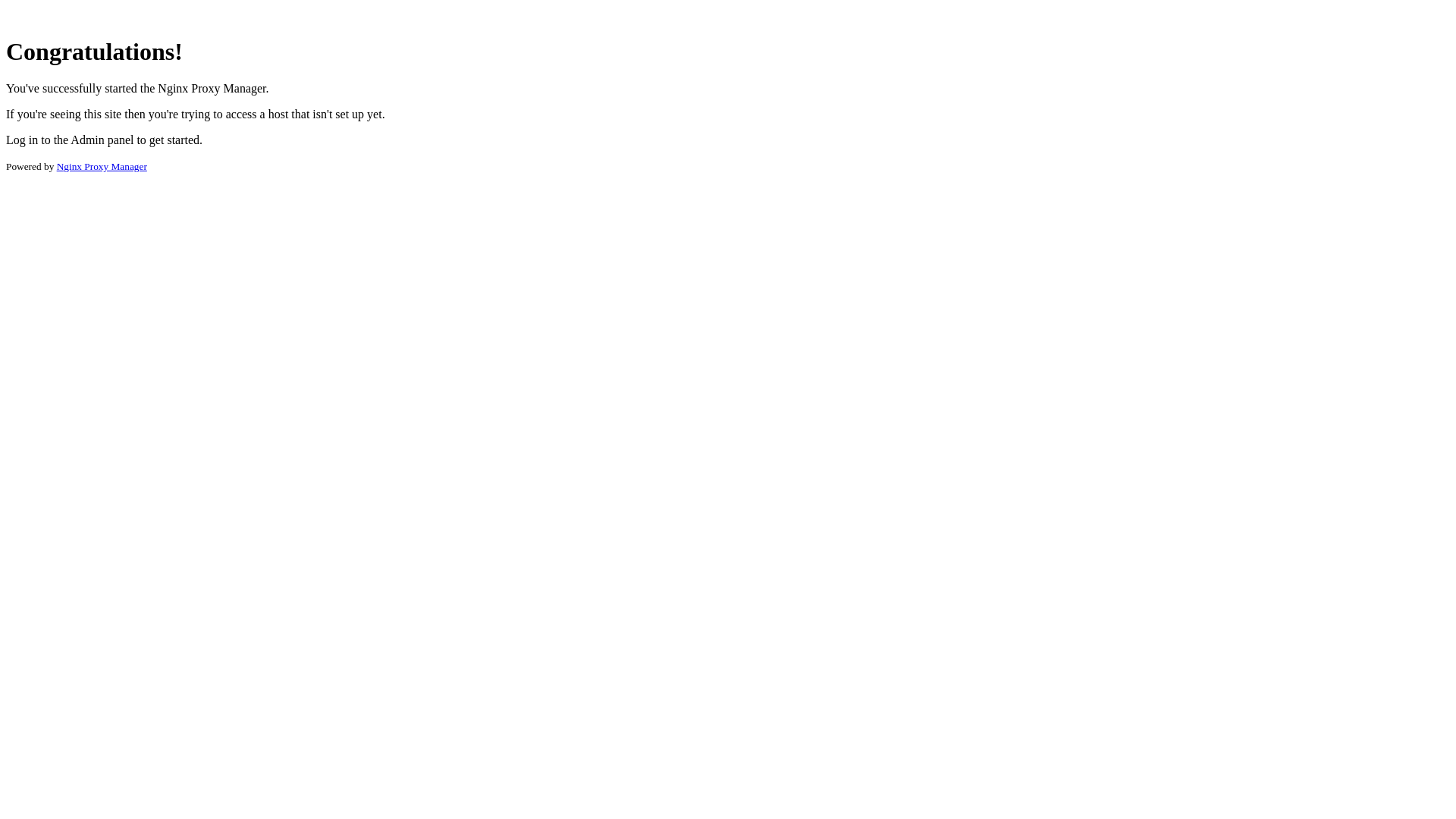 The height and width of the screenshot is (819, 1456). I want to click on 'Nginx Proxy Manager', so click(57, 166).